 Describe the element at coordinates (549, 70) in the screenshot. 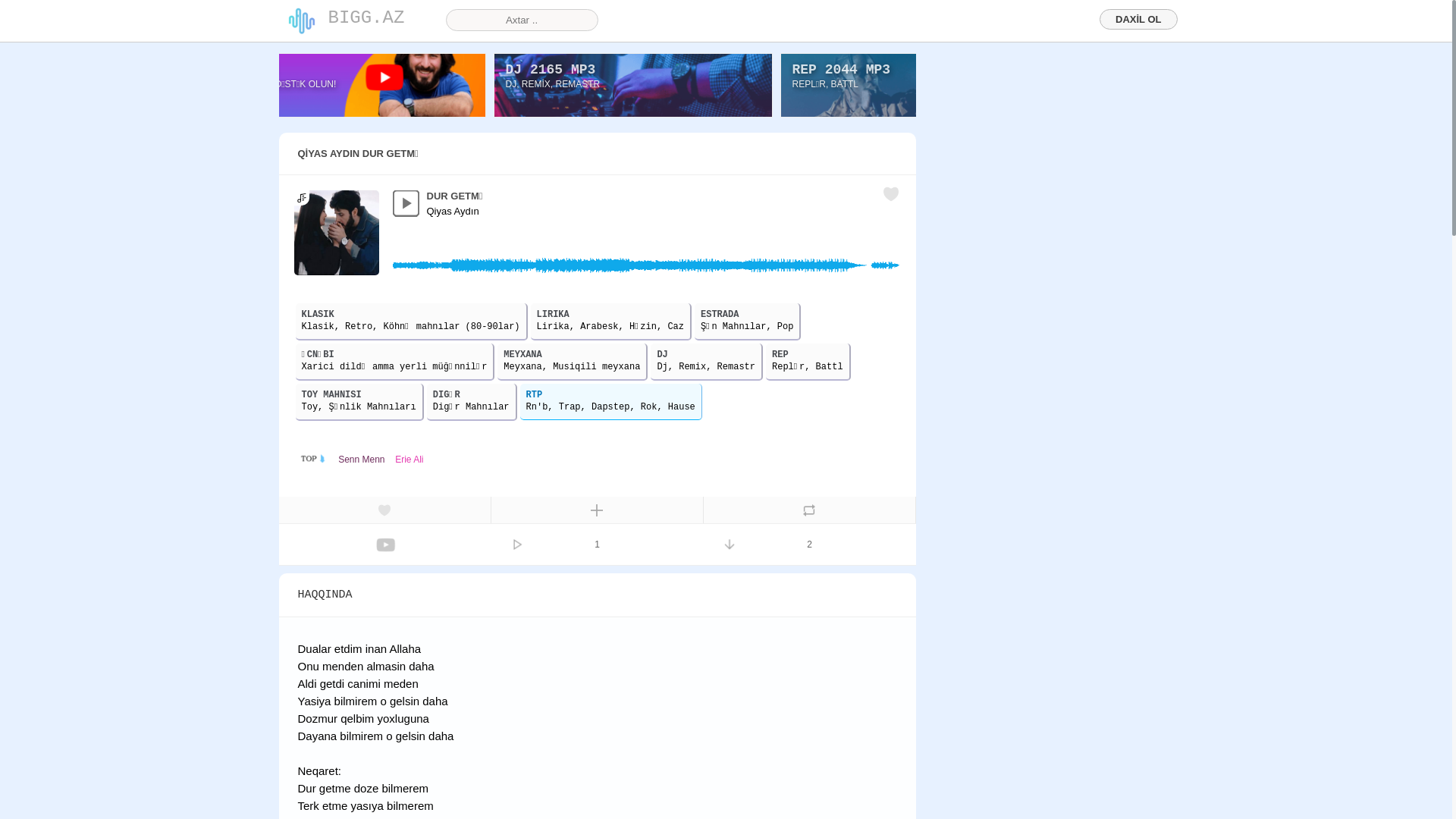

I see `'DJ 2165 MP3'` at that location.